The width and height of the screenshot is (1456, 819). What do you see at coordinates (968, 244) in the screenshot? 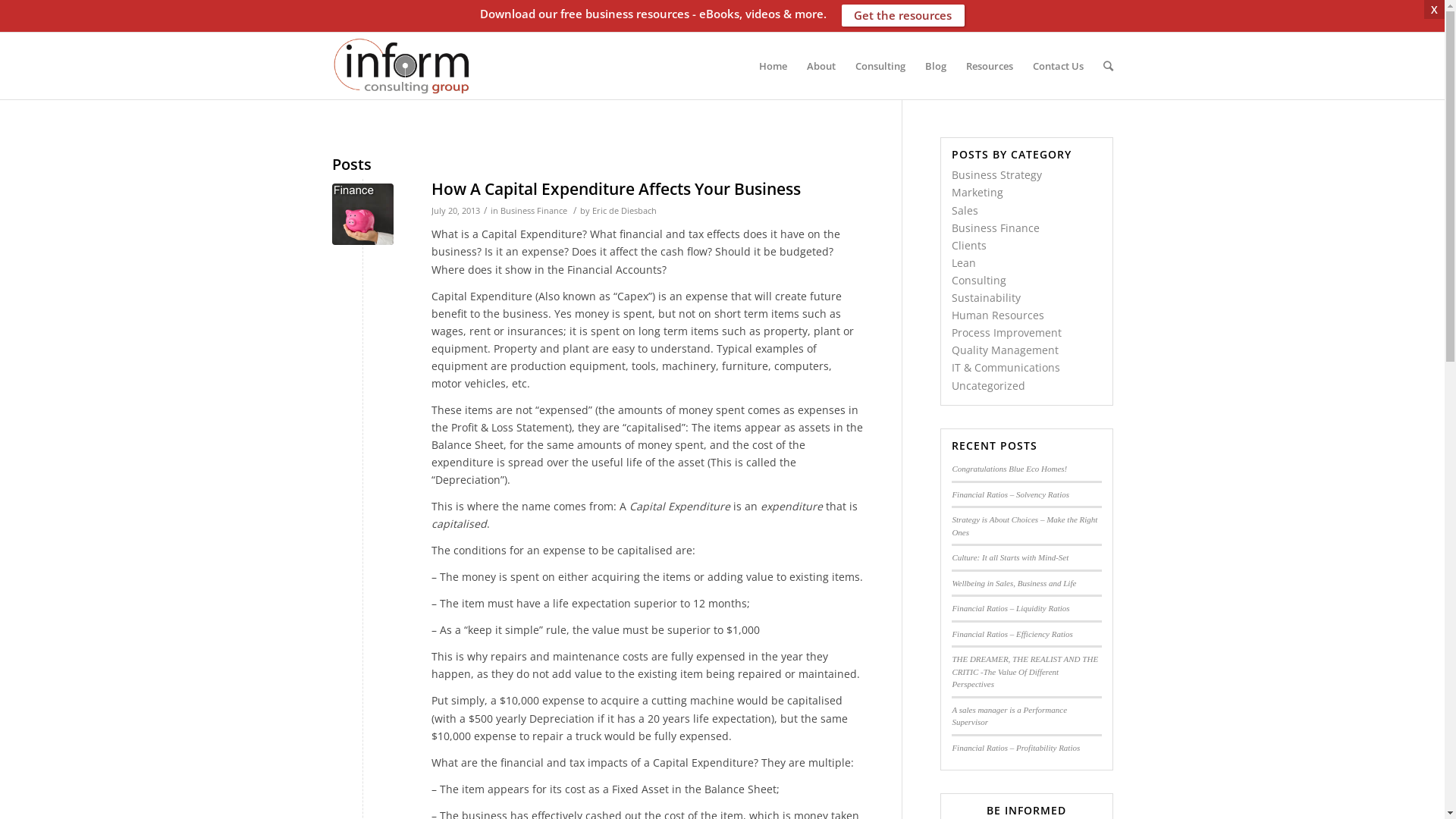
I see `'Clients'` at bounding box center [968, 244].